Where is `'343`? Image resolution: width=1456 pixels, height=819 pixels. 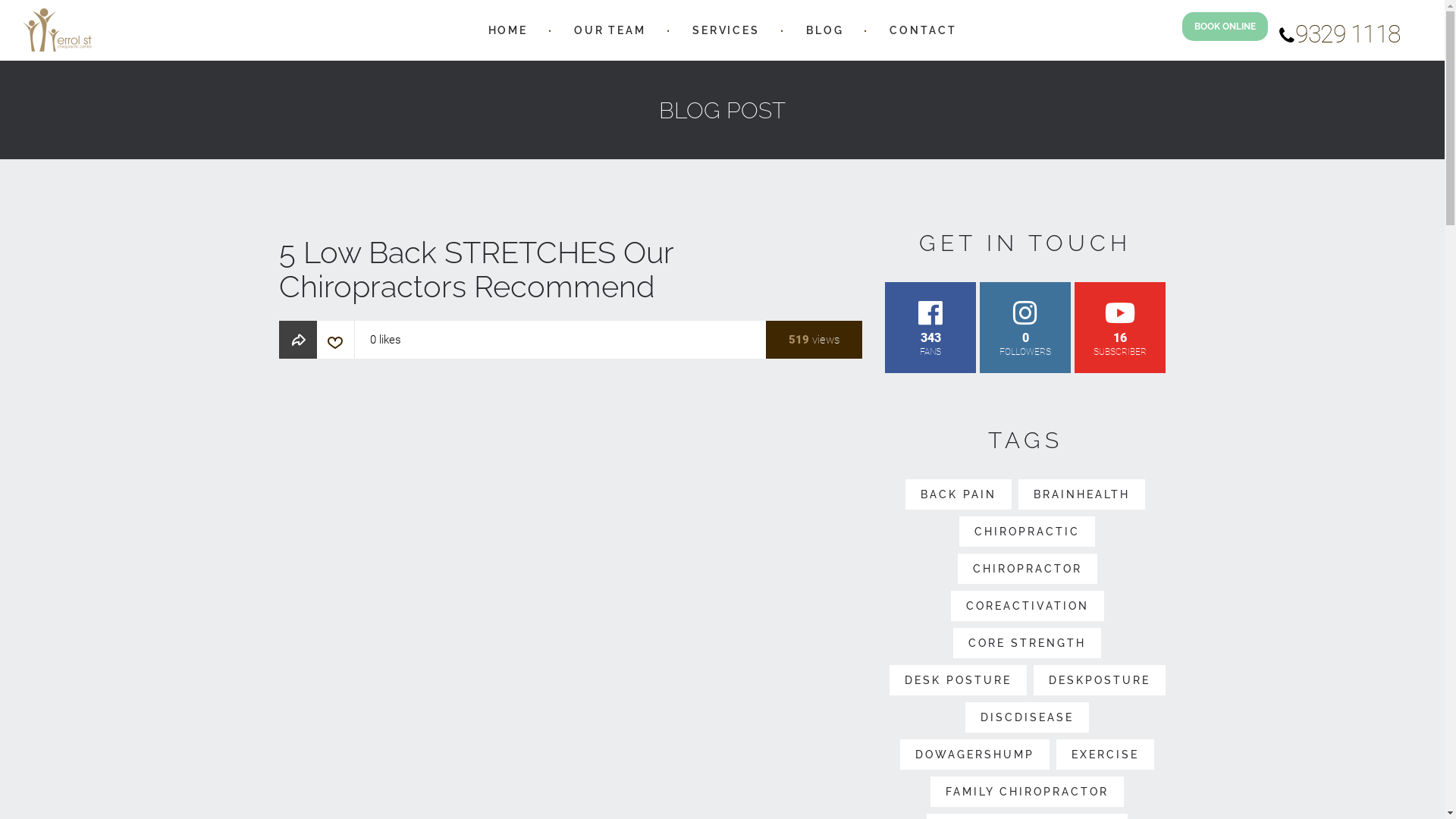 '343 is located at coordinates (884, 327).